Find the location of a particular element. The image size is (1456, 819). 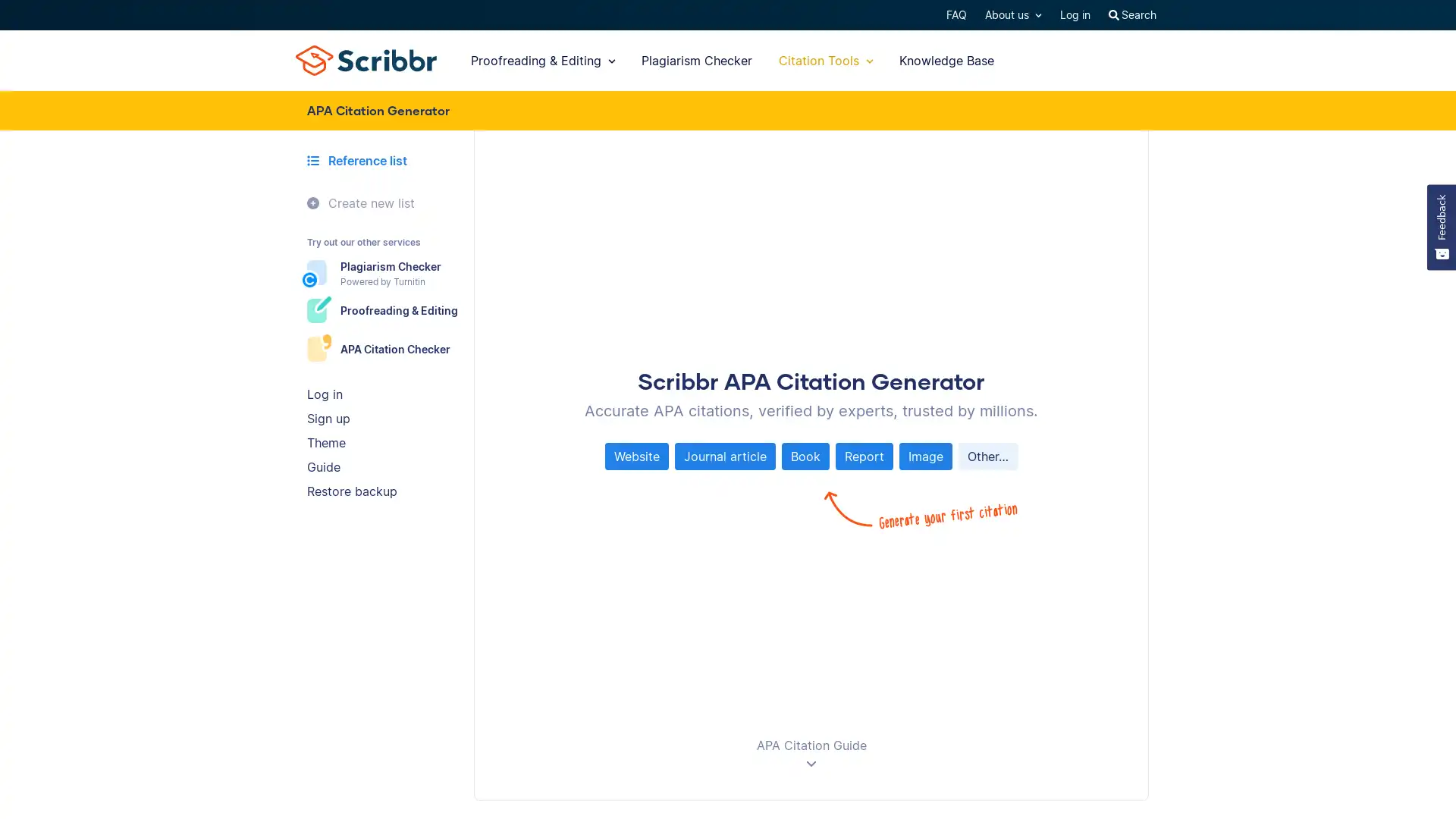

Reference list is located at coordinates (381, 161).